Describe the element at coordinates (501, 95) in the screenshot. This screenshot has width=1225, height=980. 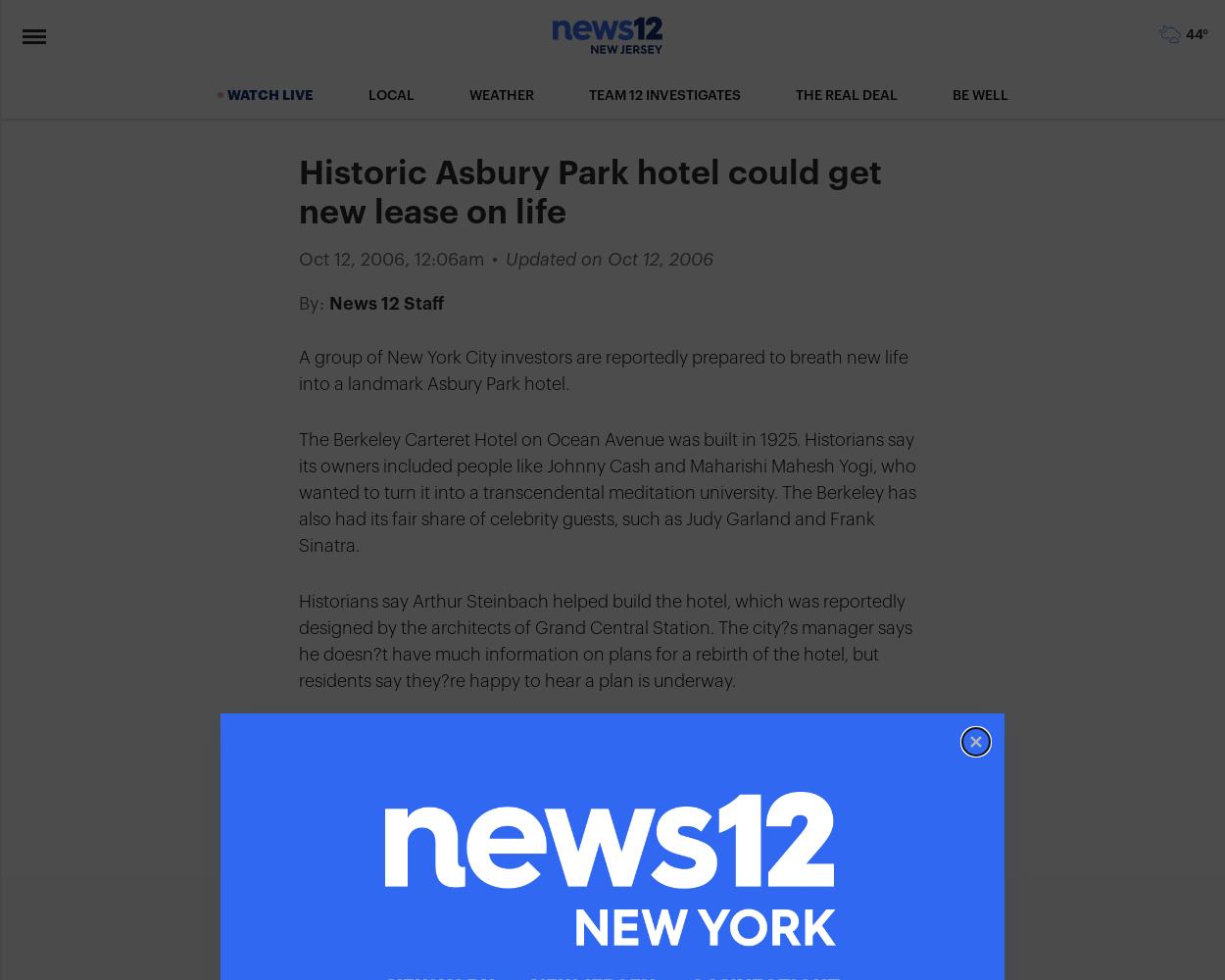
I see `'Weather'` at that location.